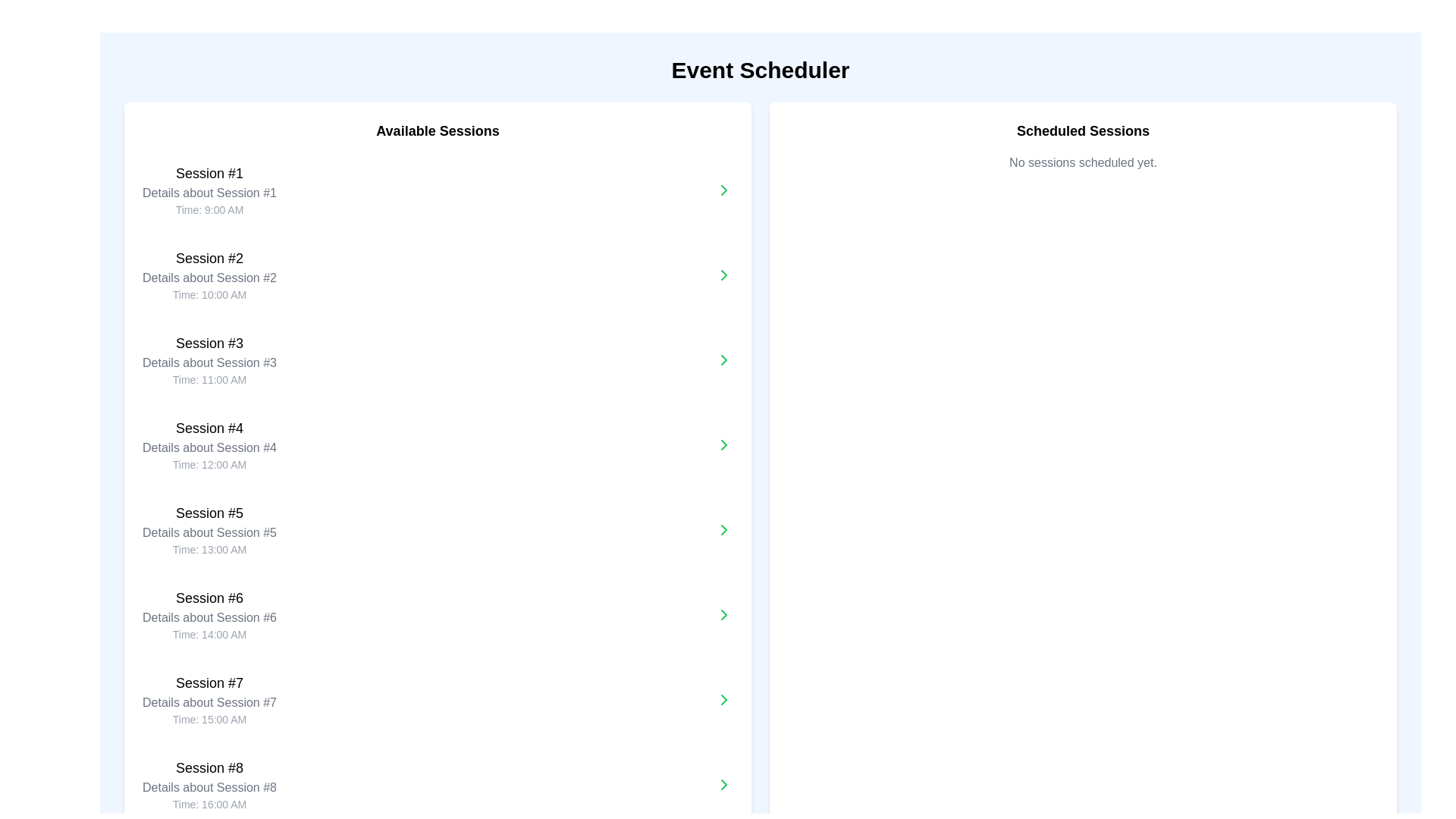 Image resolution: width=1456 pixels, height=819 pixels. I want to click on the right-facing chevron arrow icon located to the far right of the session details in the 'Available Sessions' list under 'Session #6', so click(723, 614).